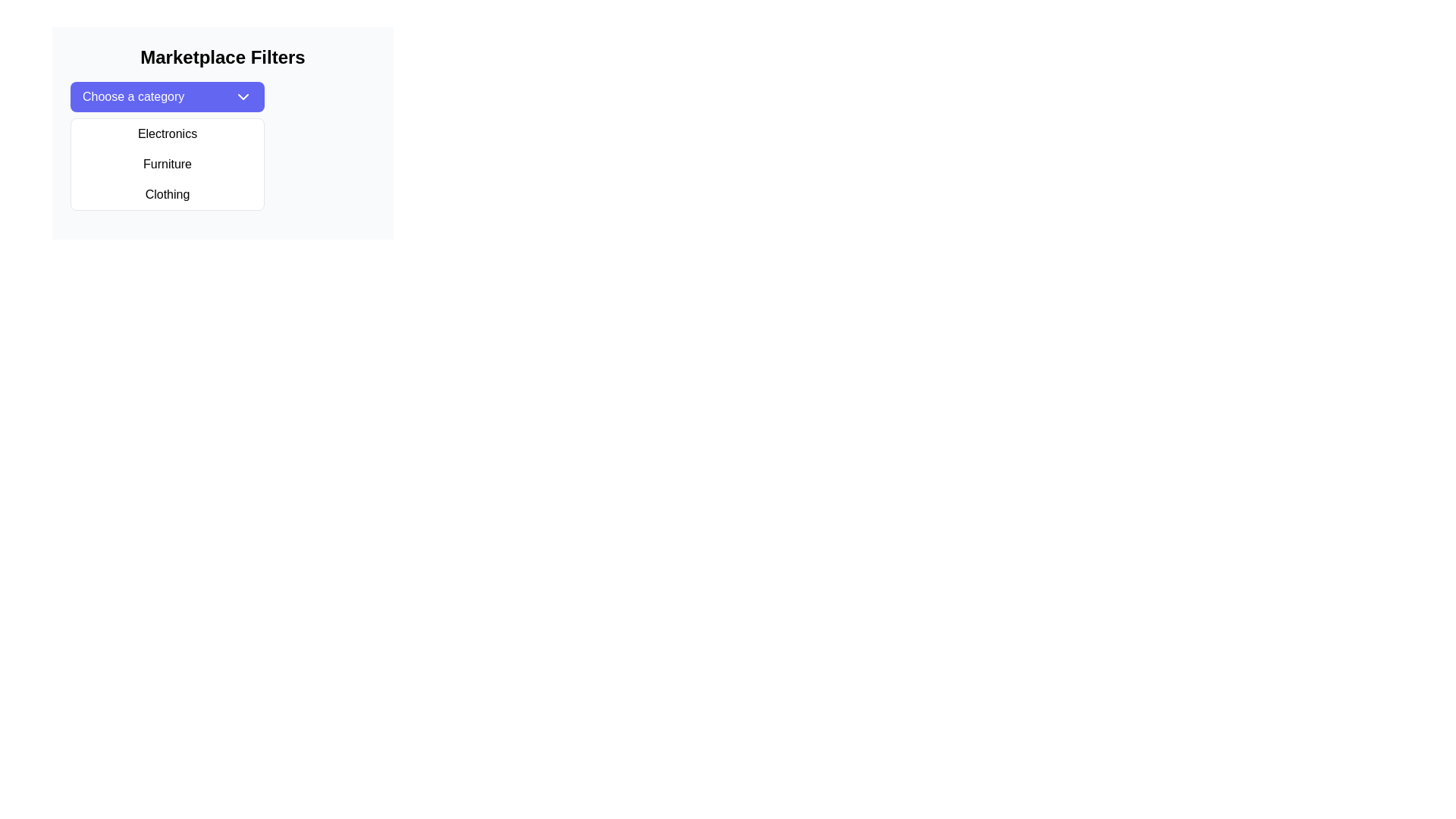 The width and height of the screenshot is (1456, 819). Describe the element at coordinates (167, 194) in the screenshot. I see `the 'Clothing' list item in the dropdown menu` at that location.